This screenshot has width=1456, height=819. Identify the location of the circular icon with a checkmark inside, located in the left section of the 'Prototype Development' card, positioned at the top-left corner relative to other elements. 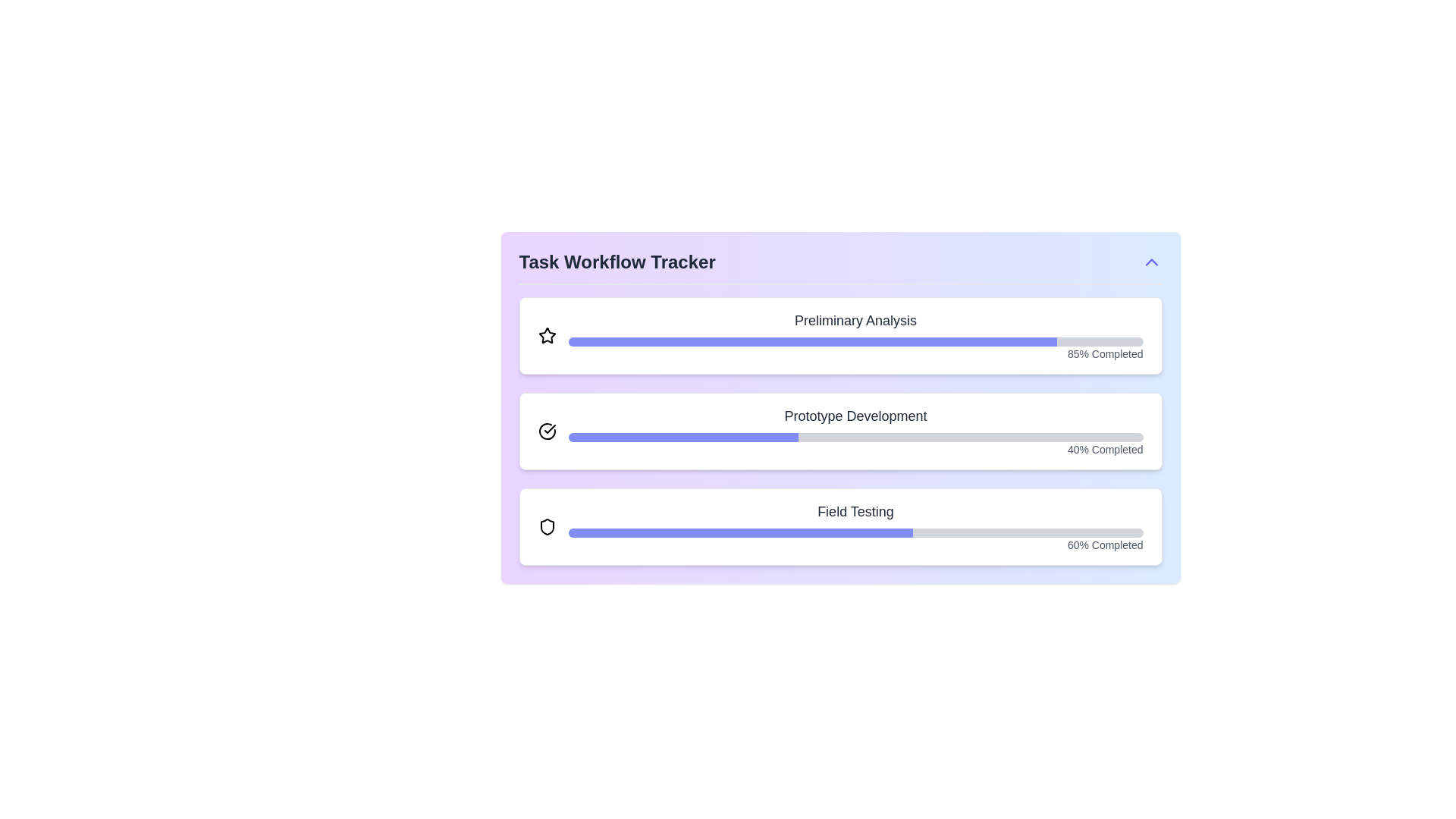
(546, 431).